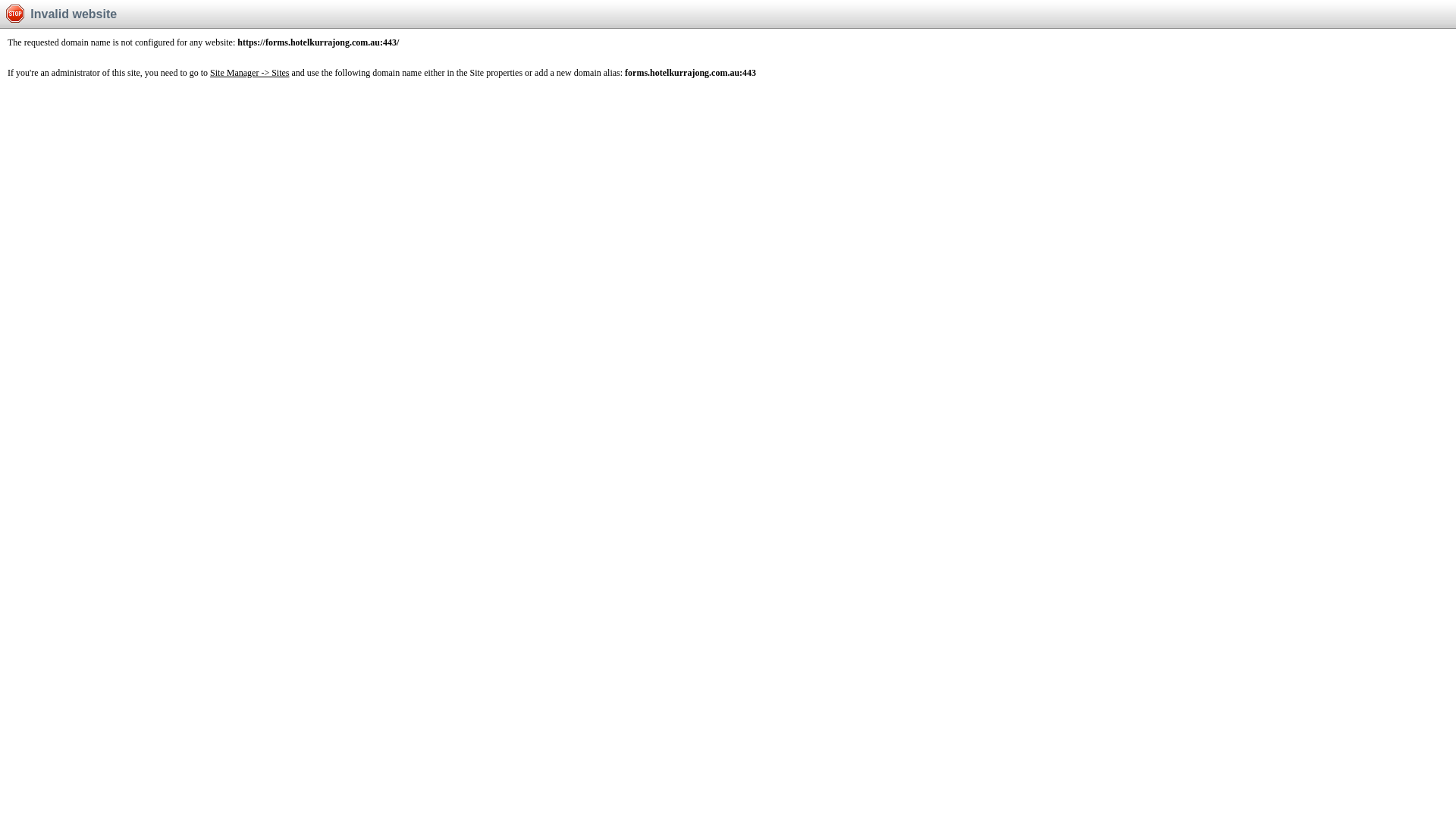 The height and width of the screenshot is (819, 1456). Describe the element at coordinates (249, 73) in the screenshot. I see `'Site Manager -> Sites'` at that location.